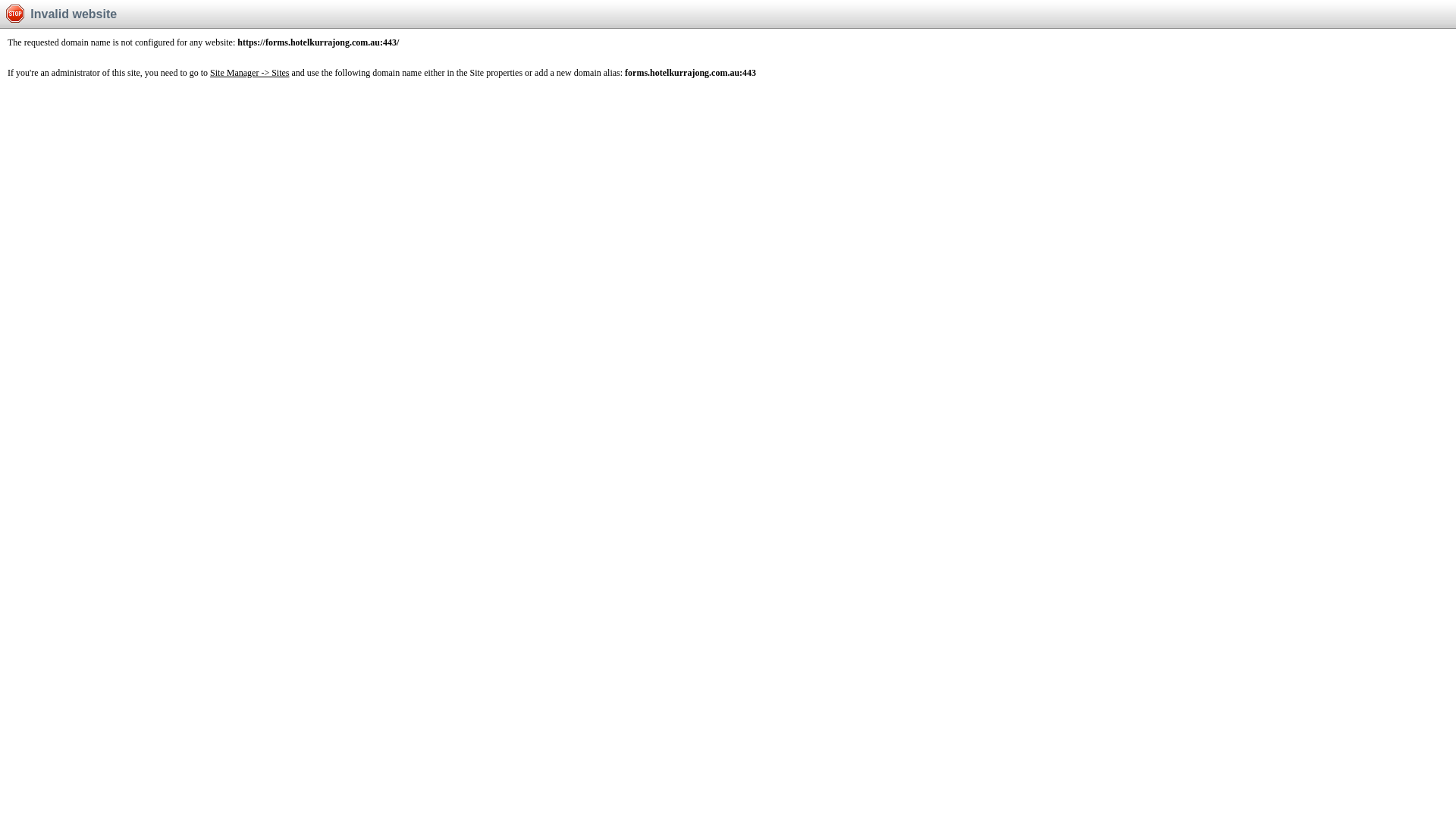 The height and width of the screenshot is (819, 1456). Describe the element at coordinates (249, 73) in the screenshot. I see `'Site Manager -> Sites'` at that location.